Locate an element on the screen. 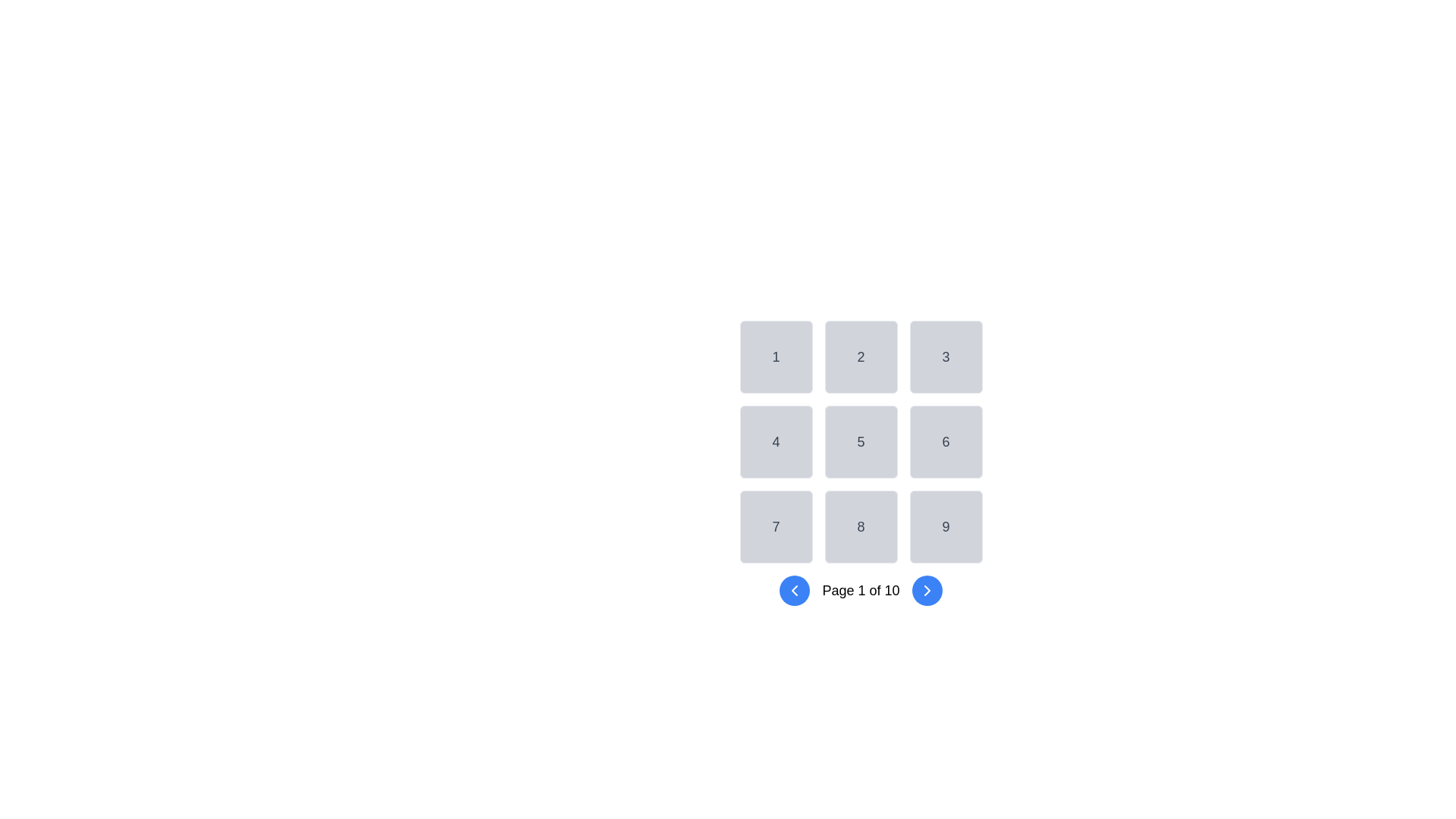 This screenshot has width=1456, height=819. the button representing the number '9' located at the bottom-right corner of a grid layout, which is adjacent is located at coordinates (945, 526).